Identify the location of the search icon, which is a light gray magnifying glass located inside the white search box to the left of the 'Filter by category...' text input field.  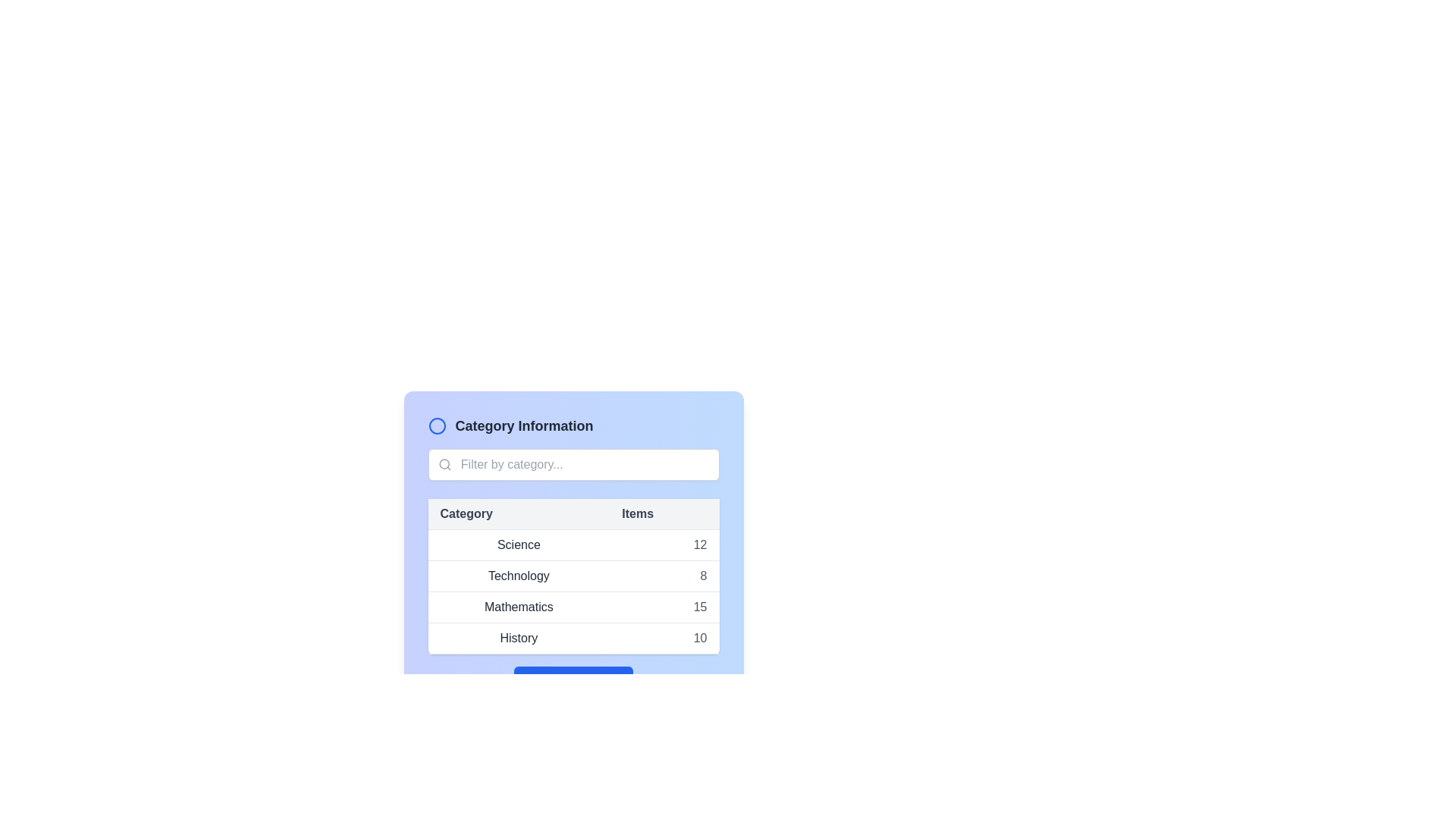
(444, 464).